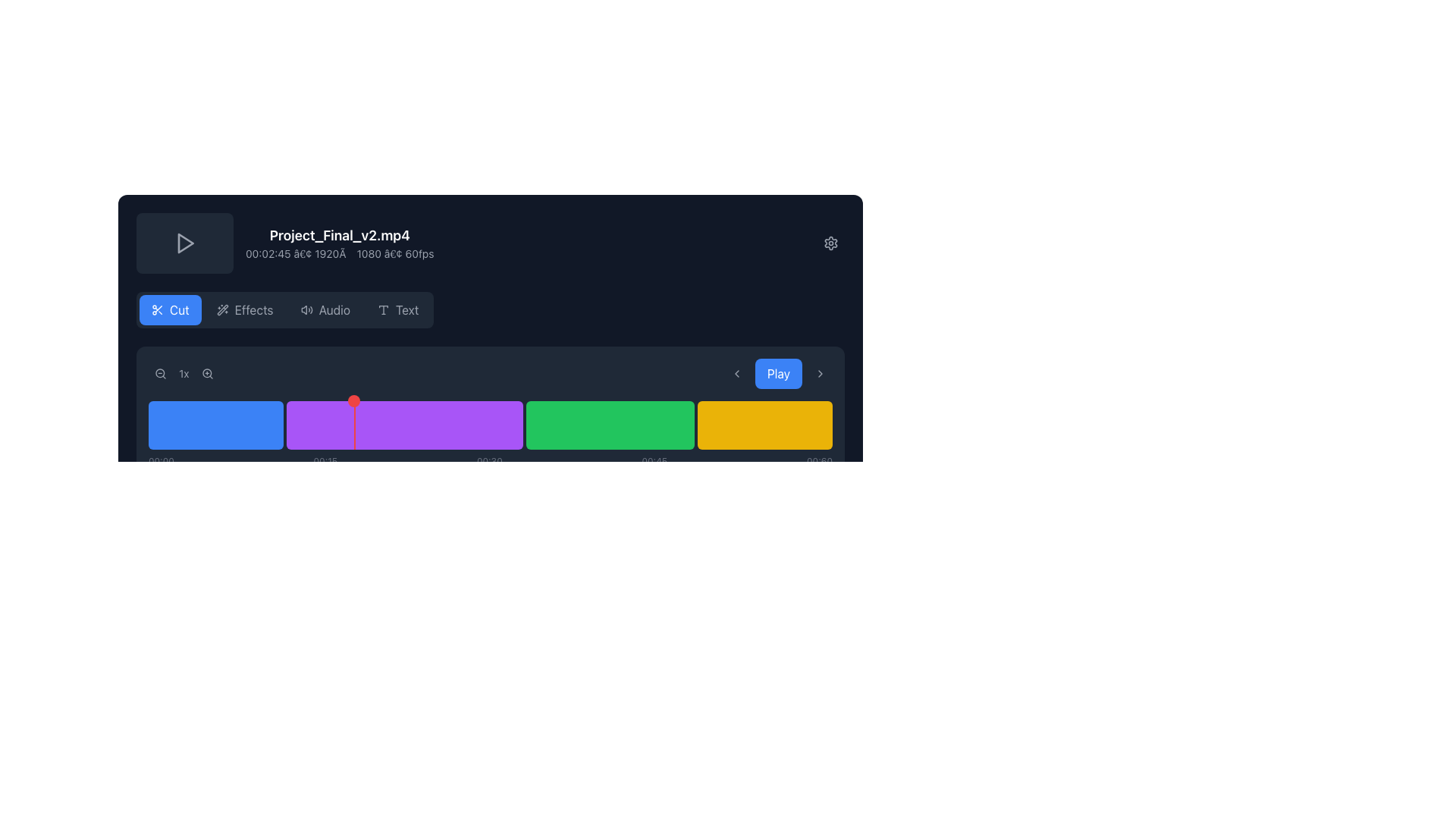  I want to click on metadata displayed in the text block that provides information about the media file, including its filename, duration, resolution, and frame rate, located to the right of the video thumbnail in the upper-left quadrant of the interface, so click(339, 242).